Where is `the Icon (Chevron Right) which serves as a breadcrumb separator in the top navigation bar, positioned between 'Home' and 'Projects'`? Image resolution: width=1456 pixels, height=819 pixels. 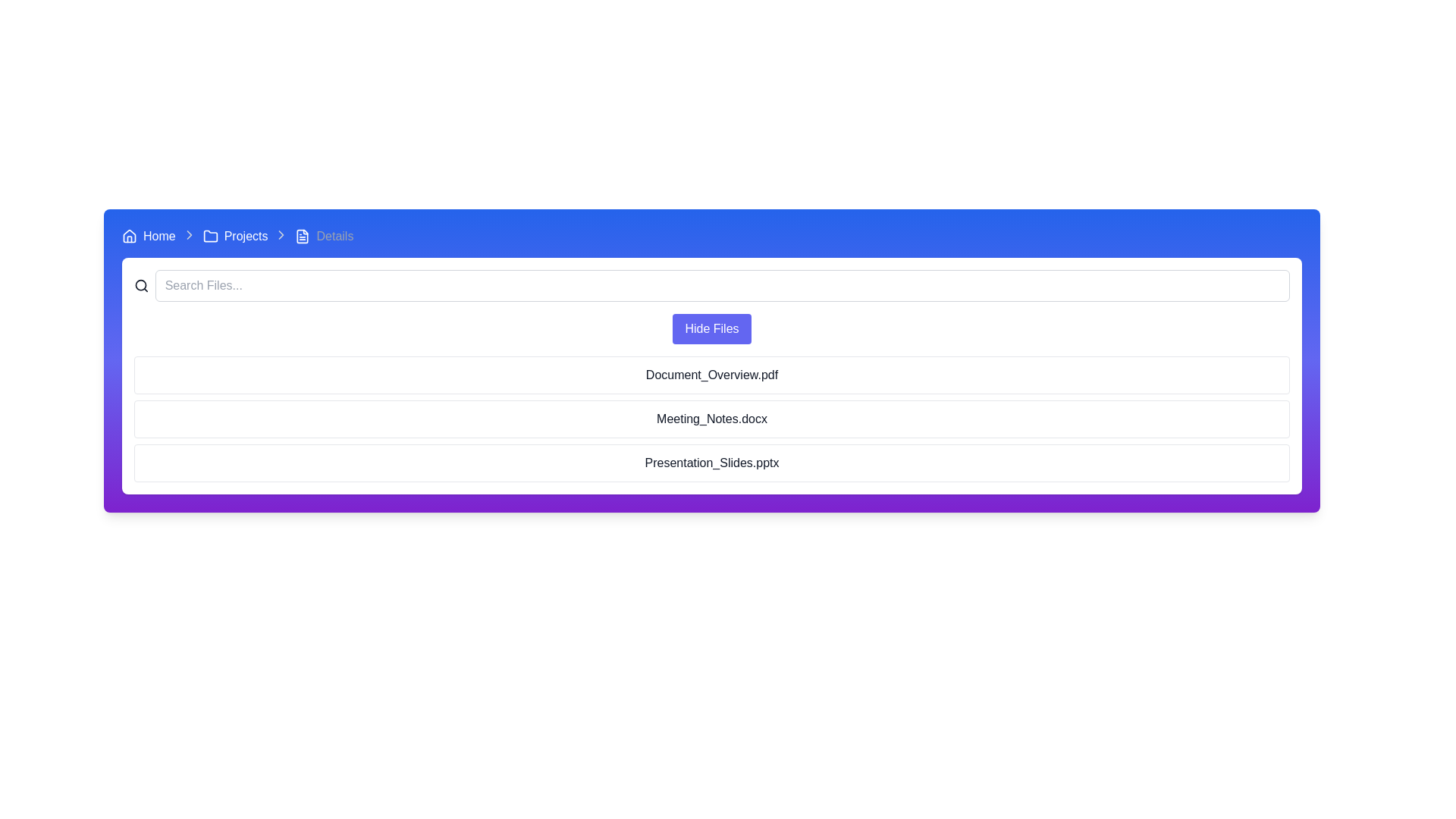 the Icon (Chevron Right) which serves as a breadcrumb separator in the top navigation bar, positioned between 'Home' and 'Projects' is located at coordinates (188, 234).